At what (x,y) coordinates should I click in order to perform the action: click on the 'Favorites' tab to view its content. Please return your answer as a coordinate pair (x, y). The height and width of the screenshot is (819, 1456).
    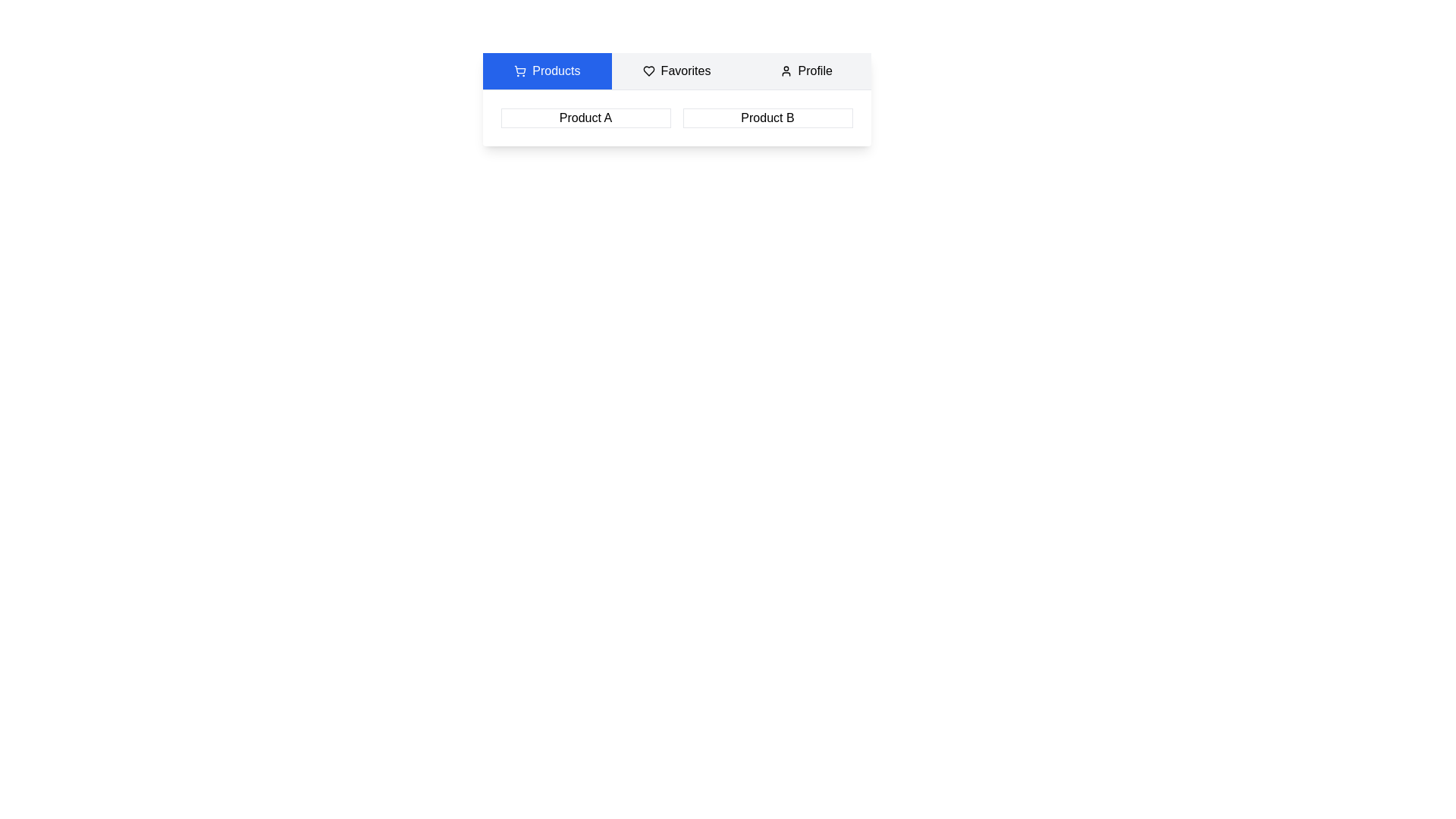
    Looking at the image, I should click on (676, 71).